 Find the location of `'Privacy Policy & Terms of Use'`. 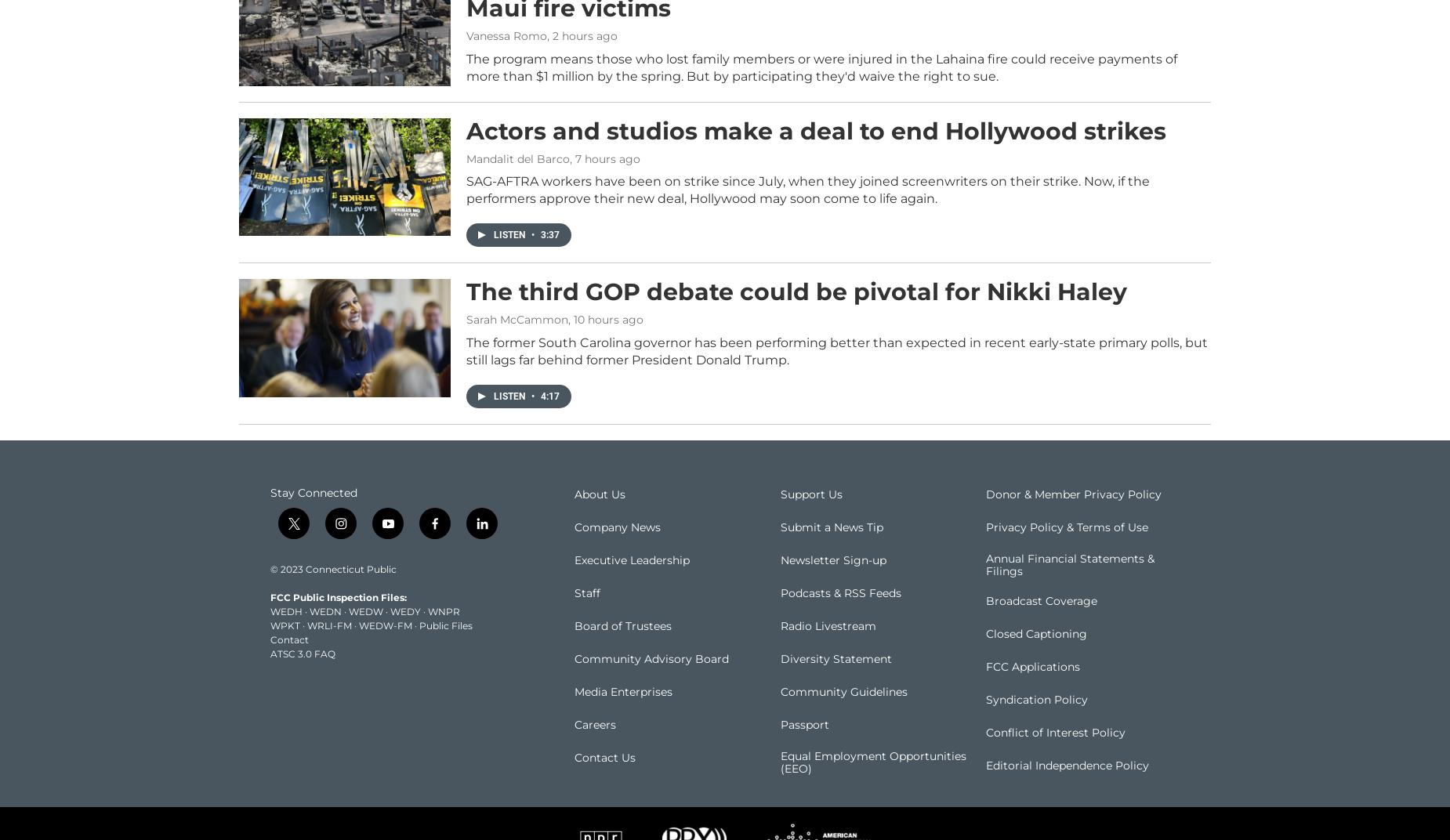

'Privacy Policy & Terms of Use' is located at coordinates (1066, 549).